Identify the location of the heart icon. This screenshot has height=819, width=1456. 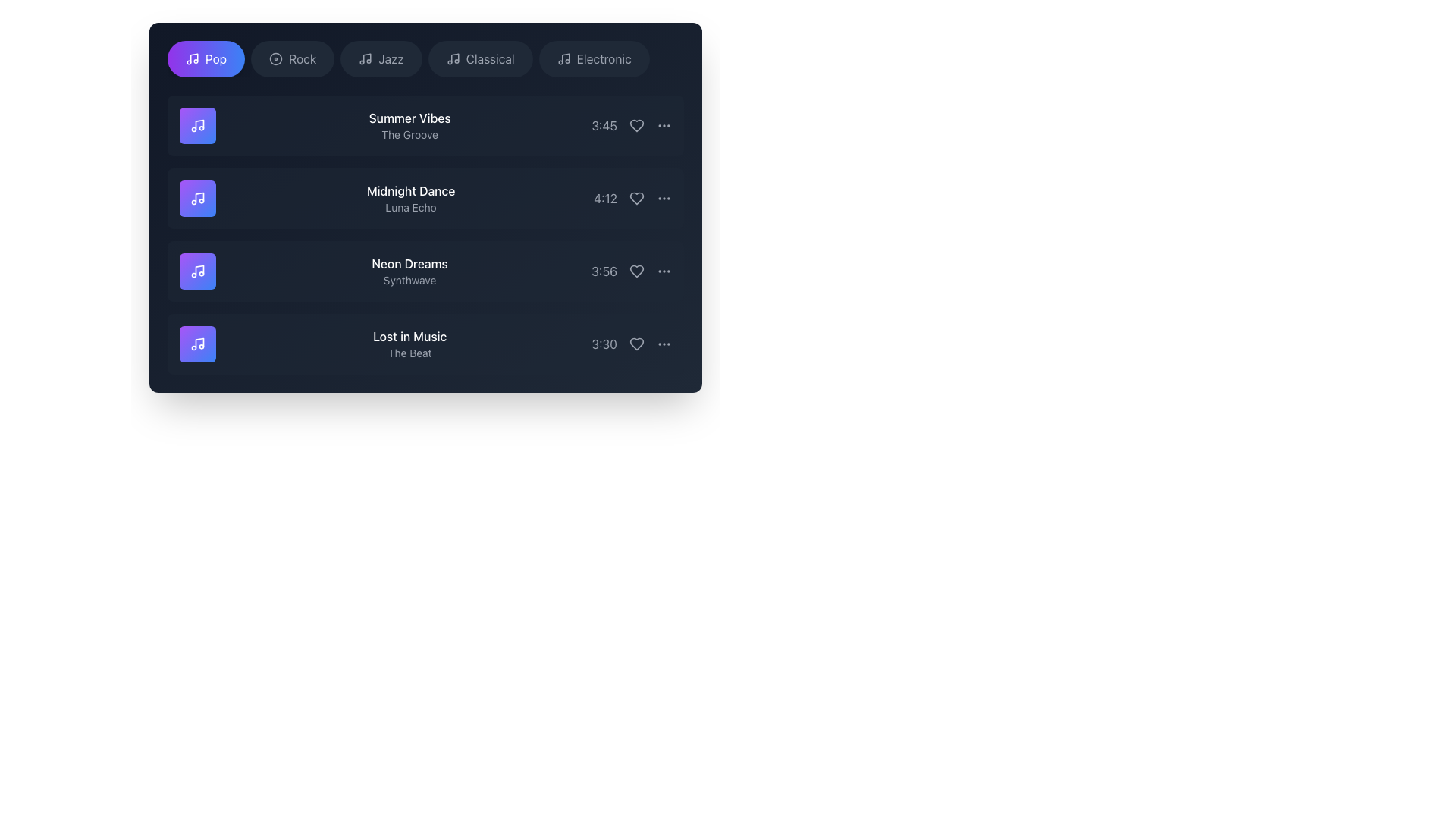
(637, 198).